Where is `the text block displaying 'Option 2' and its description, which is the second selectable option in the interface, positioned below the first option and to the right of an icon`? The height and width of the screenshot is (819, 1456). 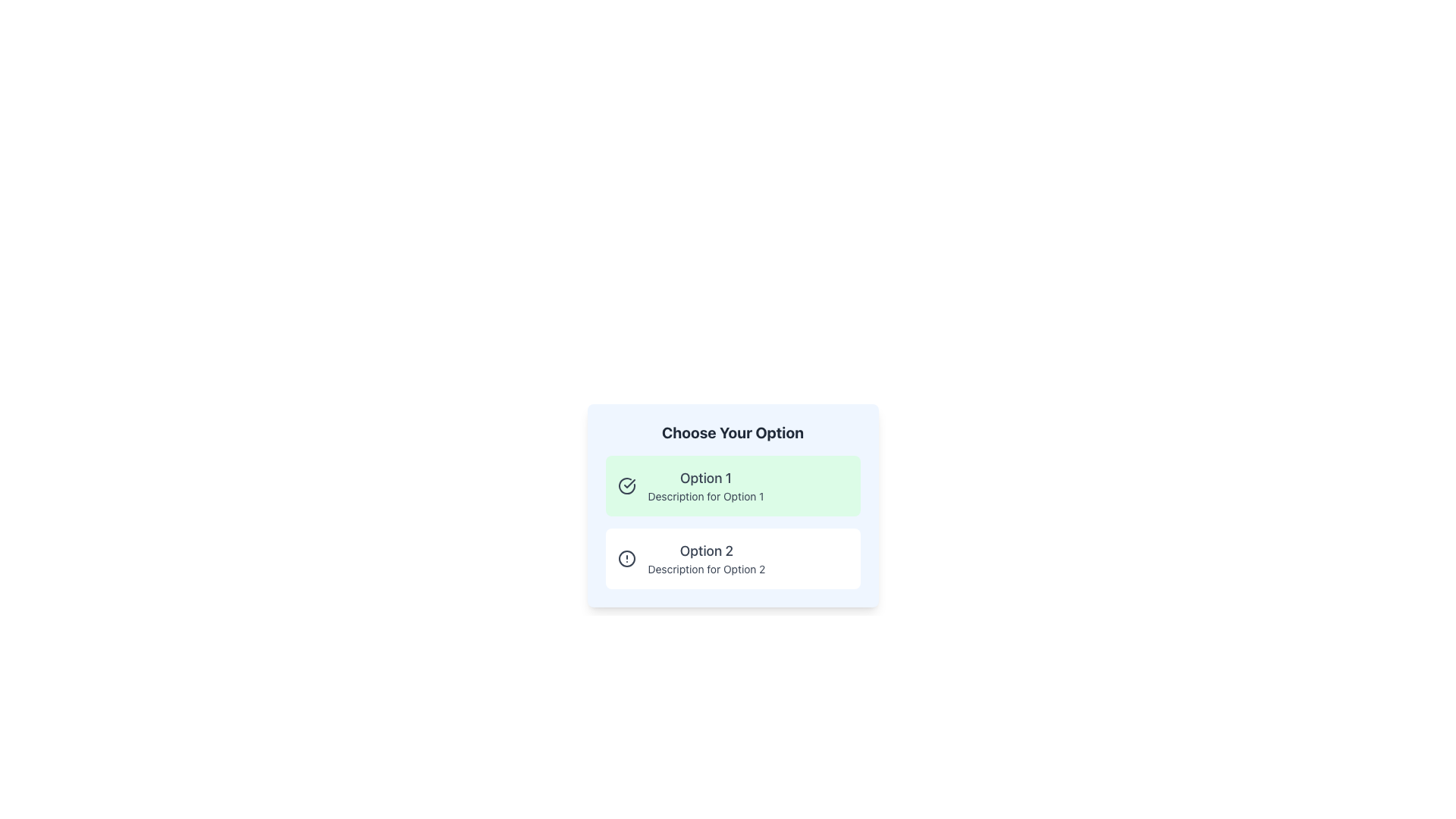 the text block displaying 'Option 2' and its description, which is the second selectable option in the interface, positioned below the first option and to the right of an icon is located at coordinates (705, 558).